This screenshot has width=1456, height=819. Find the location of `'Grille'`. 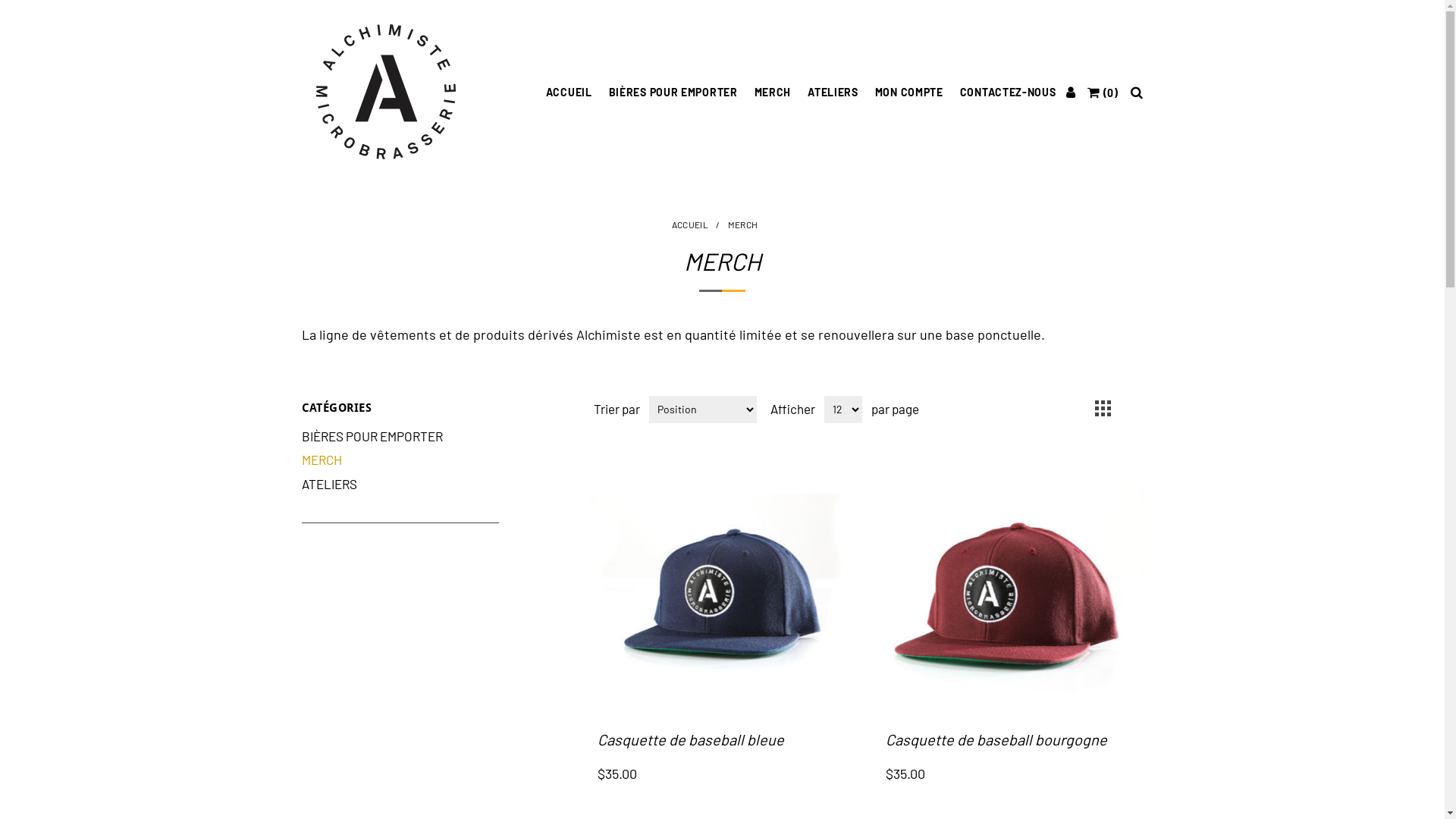

'Grille' is located at coordinates (1103, 406).